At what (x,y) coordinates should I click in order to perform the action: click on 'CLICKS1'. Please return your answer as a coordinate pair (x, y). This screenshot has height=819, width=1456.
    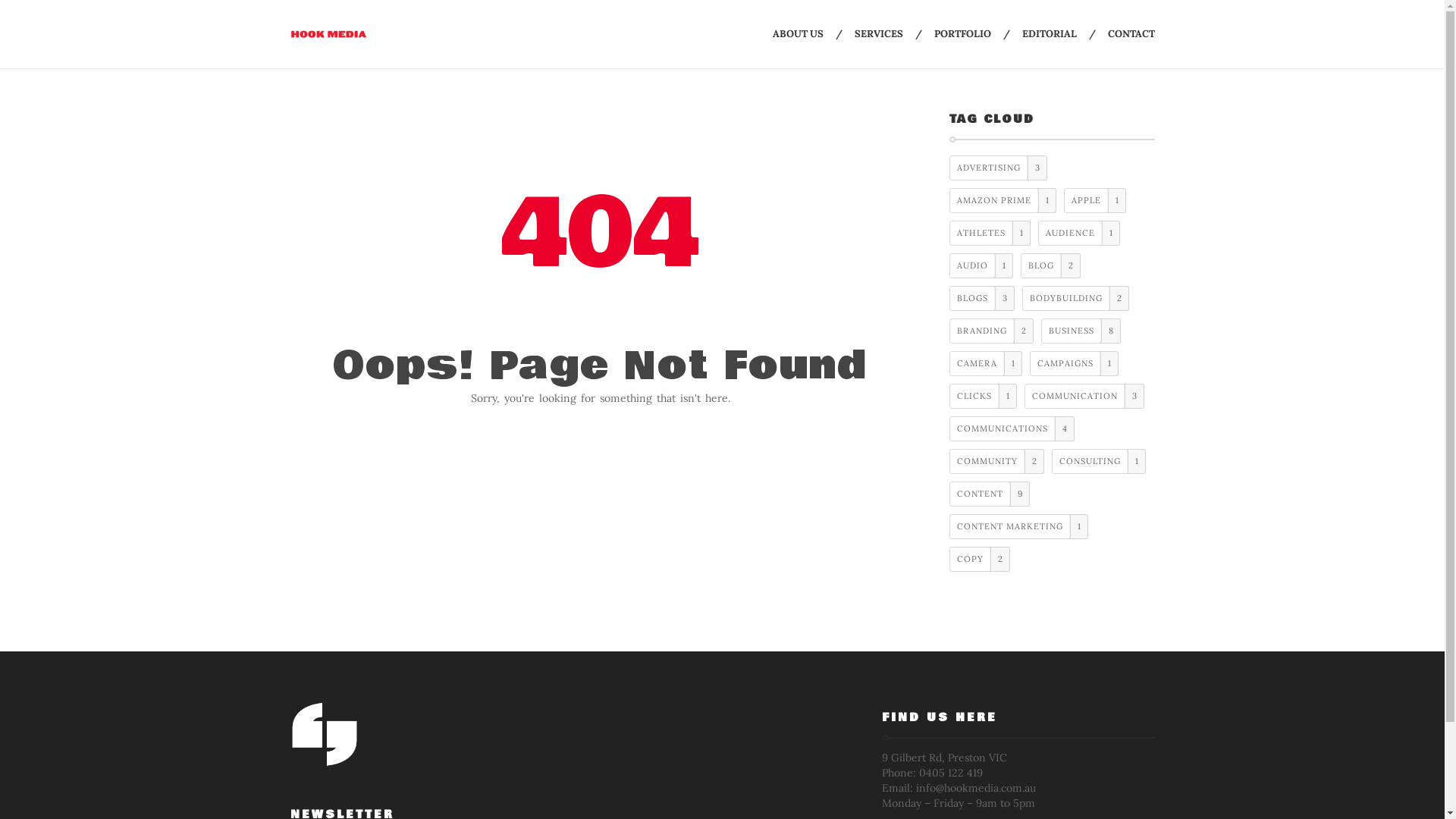
    Looking at the image, I should click on (983, 395).